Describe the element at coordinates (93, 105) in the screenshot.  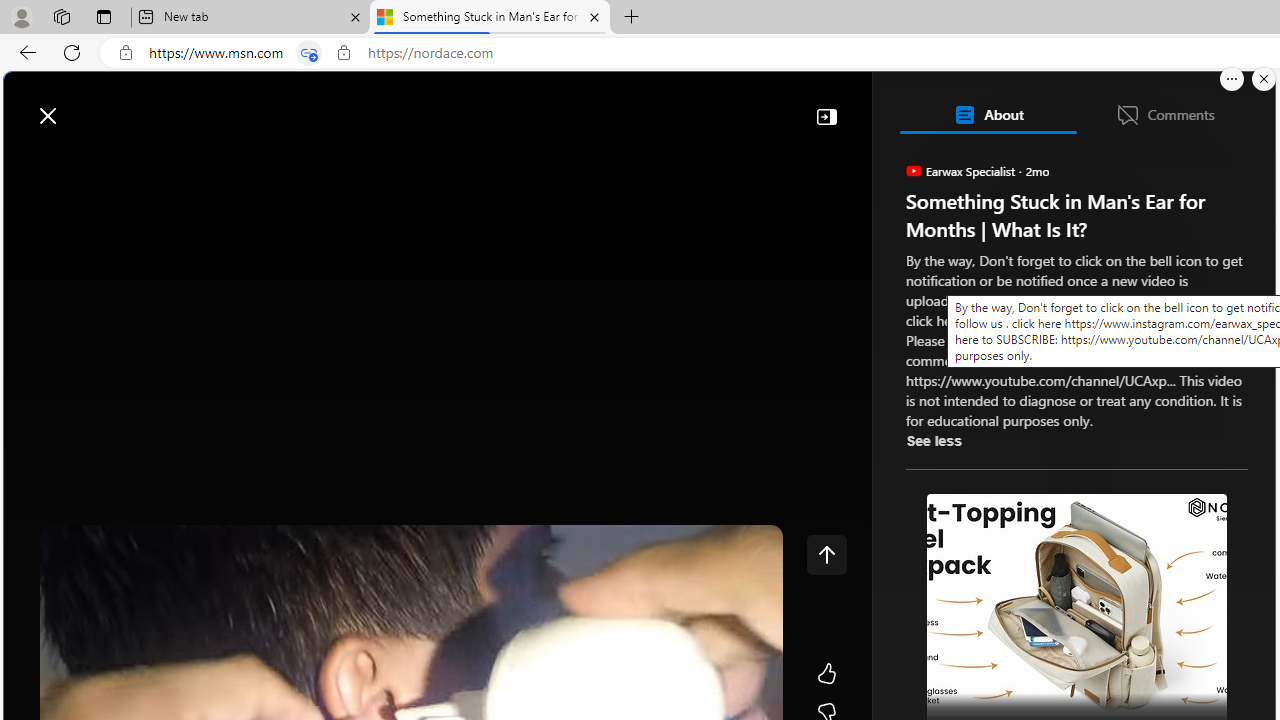
I see `'Microsoft Start'` at that location.